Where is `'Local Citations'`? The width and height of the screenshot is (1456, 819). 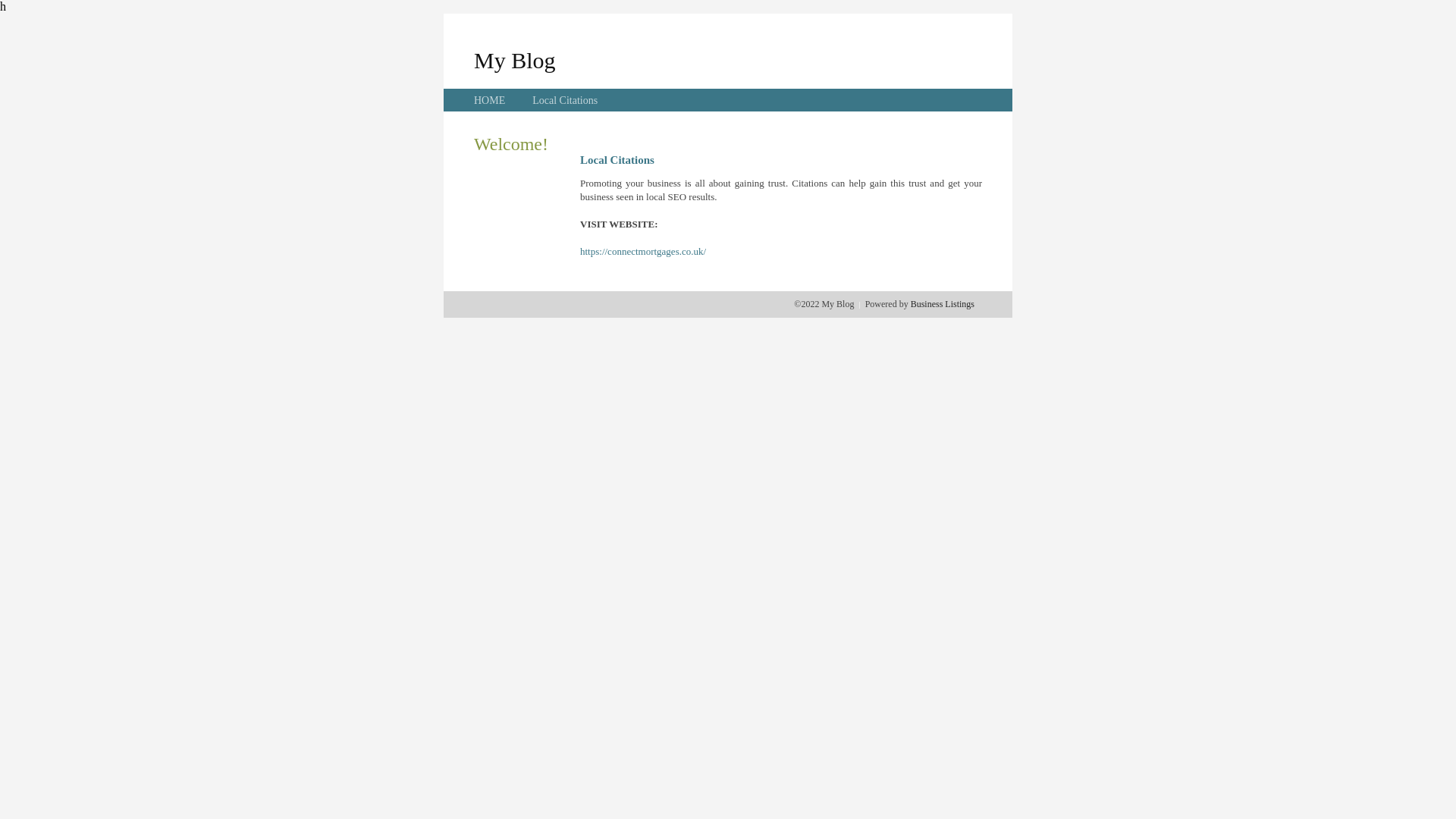
'Local Citations' is located at coordinates (563, 100).